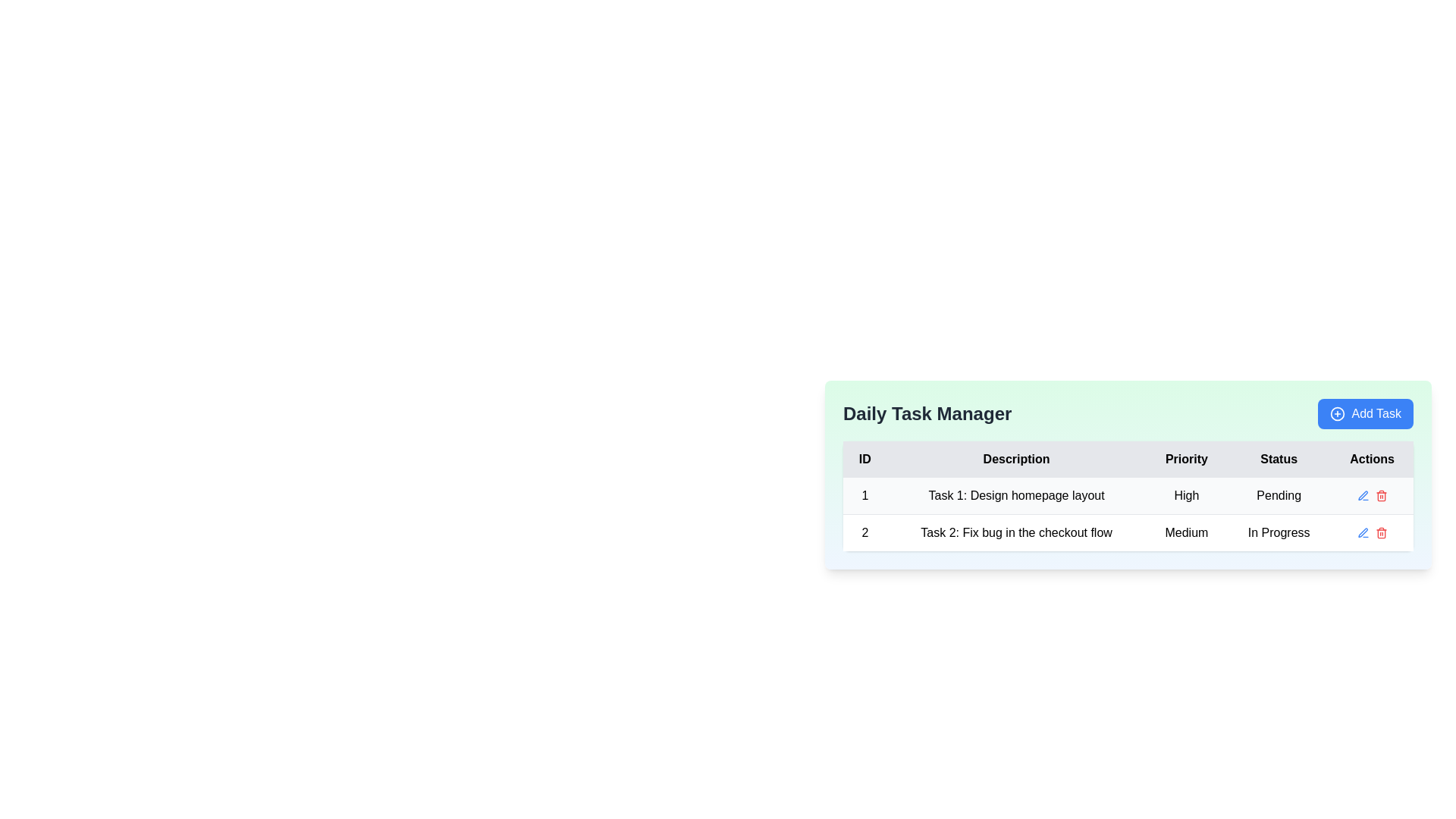 This screenshot has width=1456, height=819. I want to click on the 'Status' column header in the table, which is the fourth header with light gray background and bold black text, located between the 'Priority' and 'Actions' columns, so click(1278, 458).